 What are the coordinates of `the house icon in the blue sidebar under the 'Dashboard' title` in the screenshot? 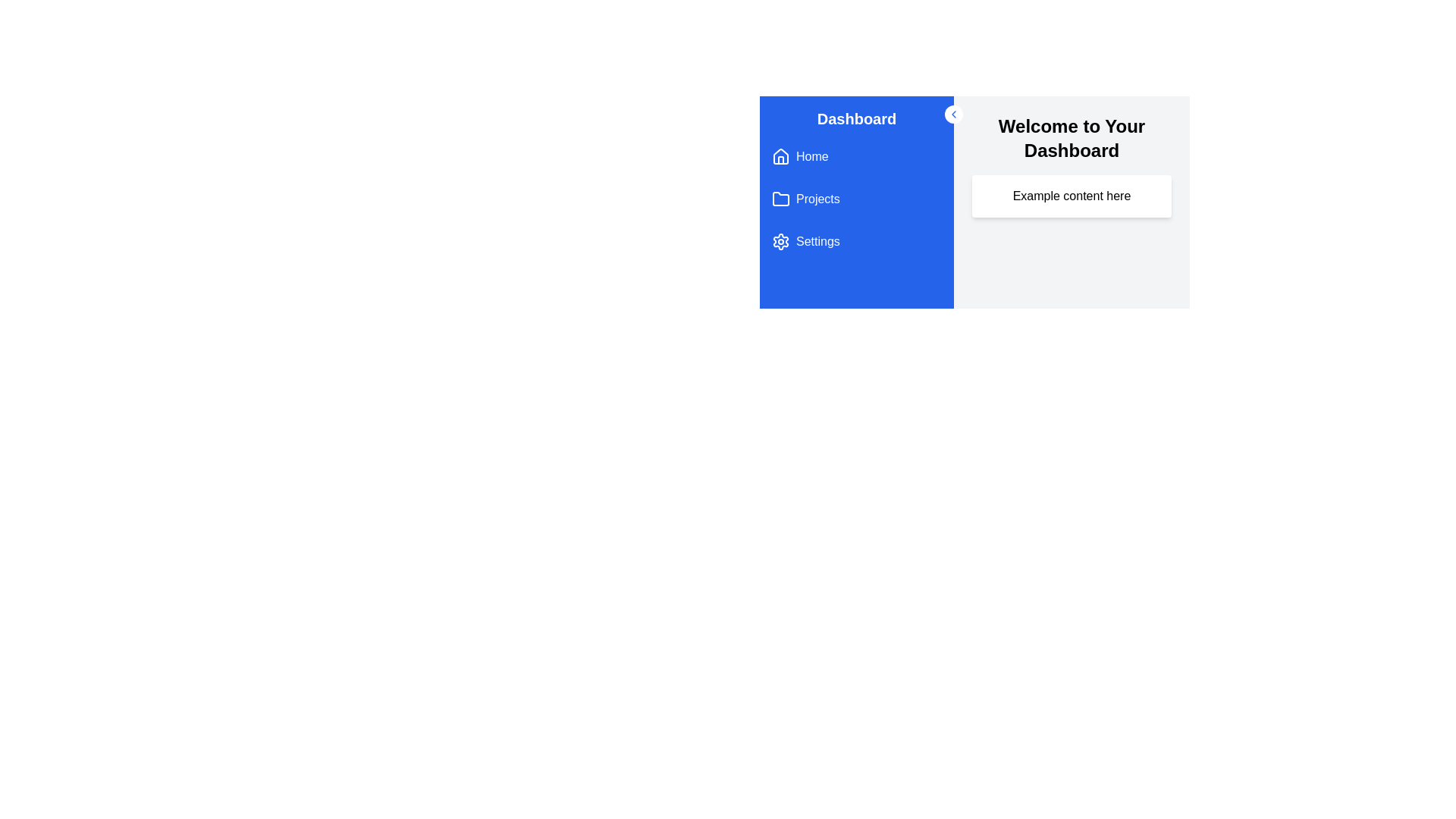 It's located at (781, 157).